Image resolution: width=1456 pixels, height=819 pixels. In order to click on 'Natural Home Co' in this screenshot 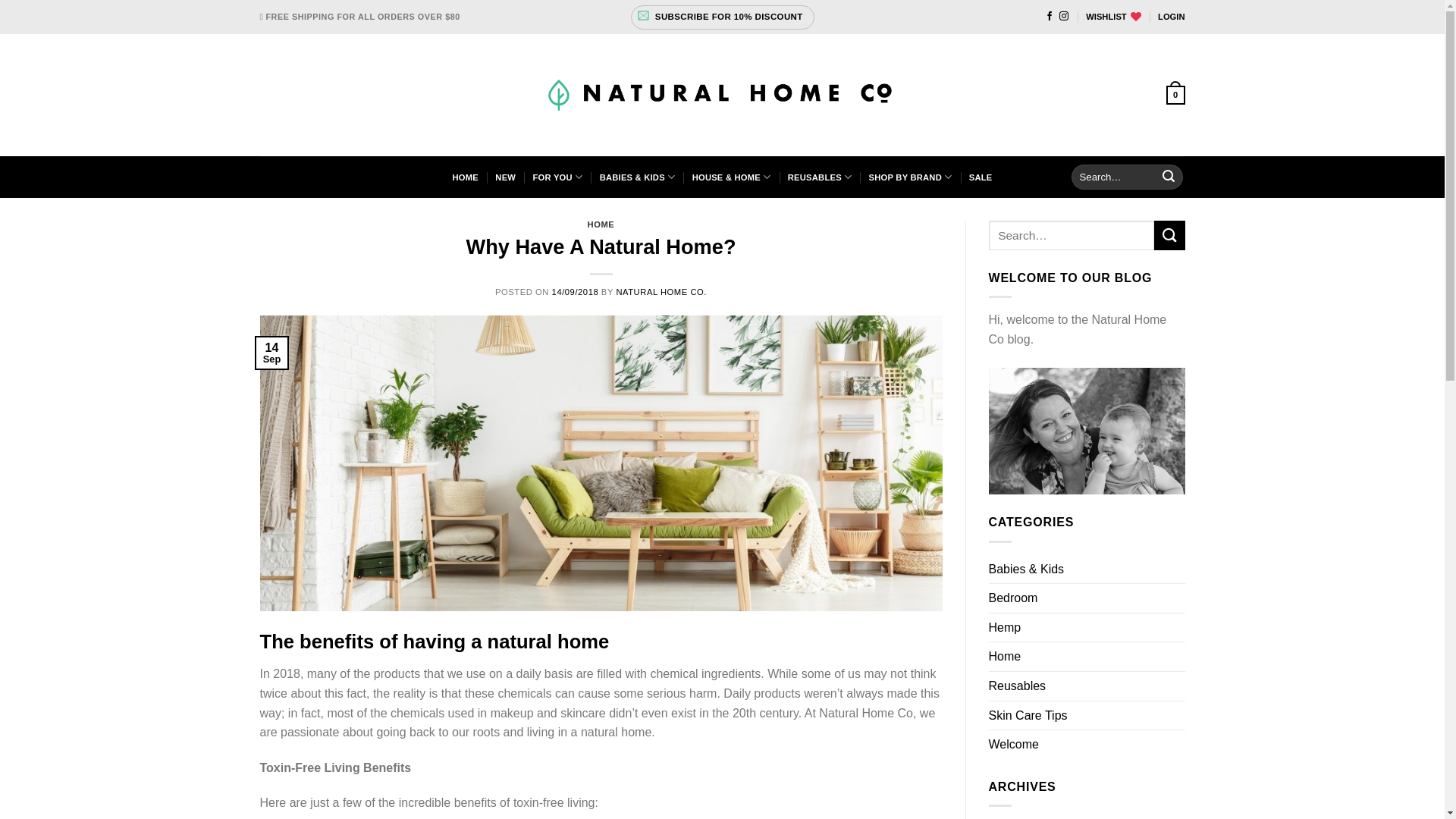, I will do `click(720, 94)`.